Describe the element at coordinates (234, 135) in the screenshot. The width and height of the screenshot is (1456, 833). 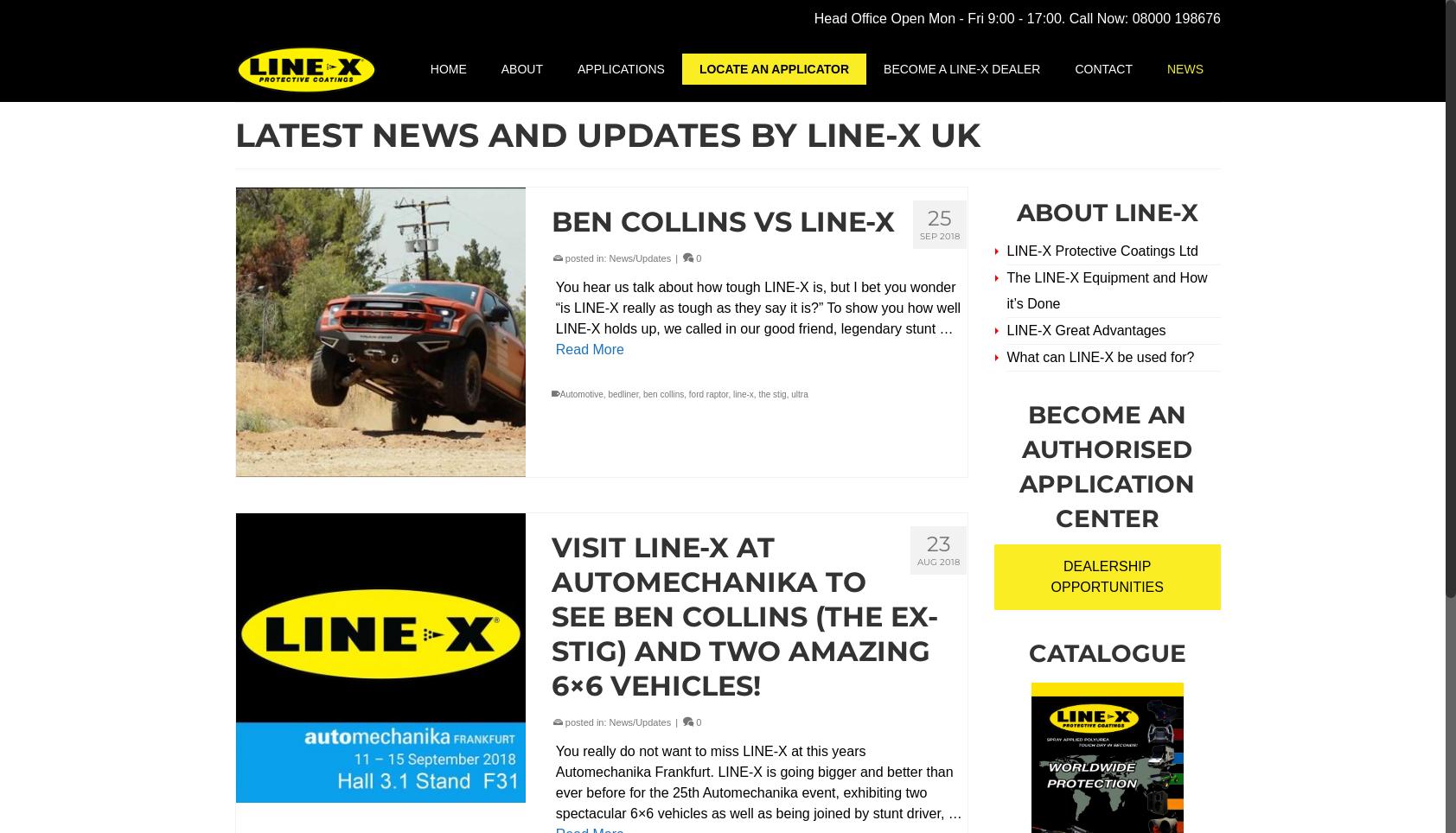
I see `'Latest News and Updates by LINE-X UK'` at that location.